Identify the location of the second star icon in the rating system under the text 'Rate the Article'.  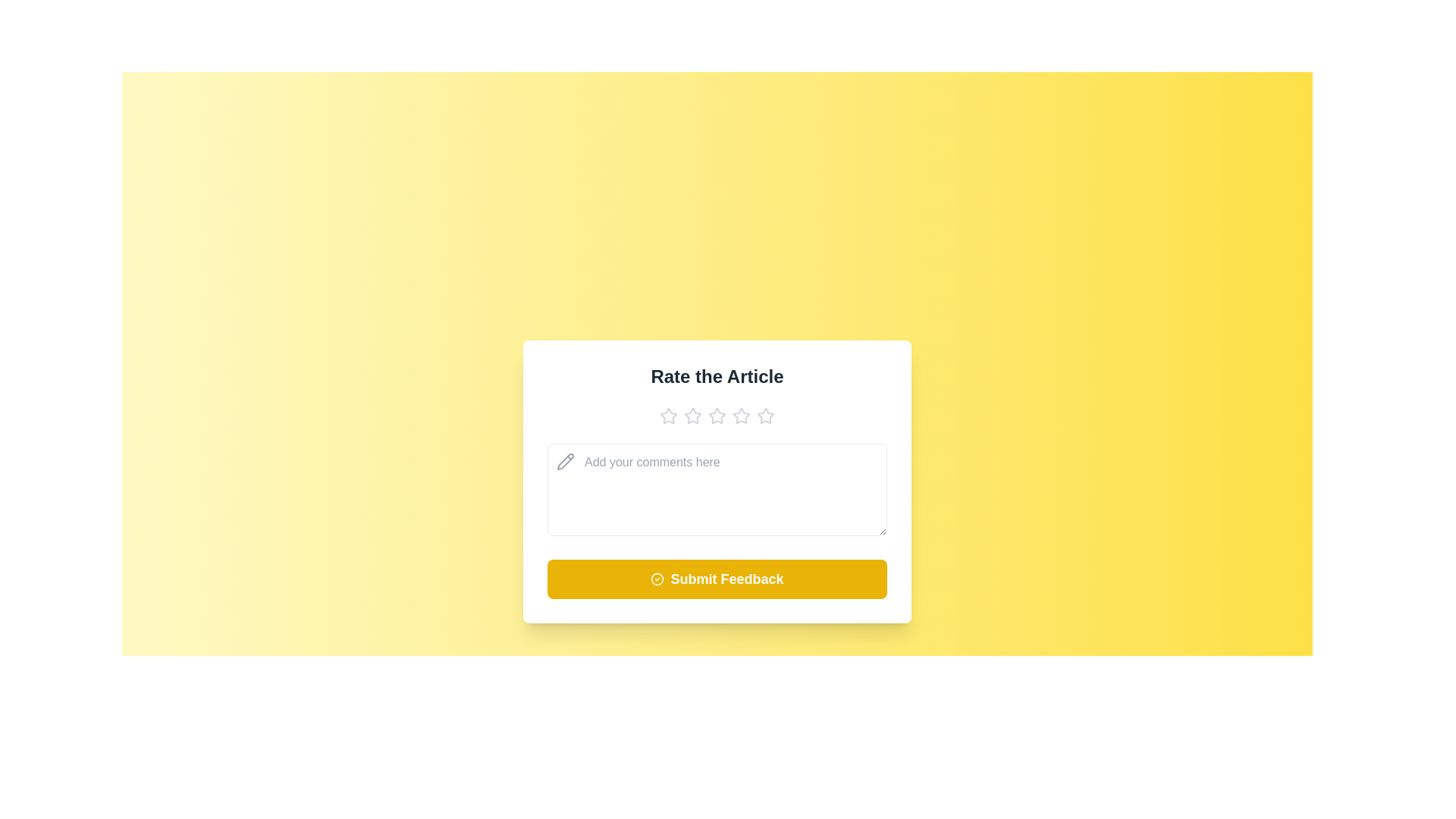
(692, 415).